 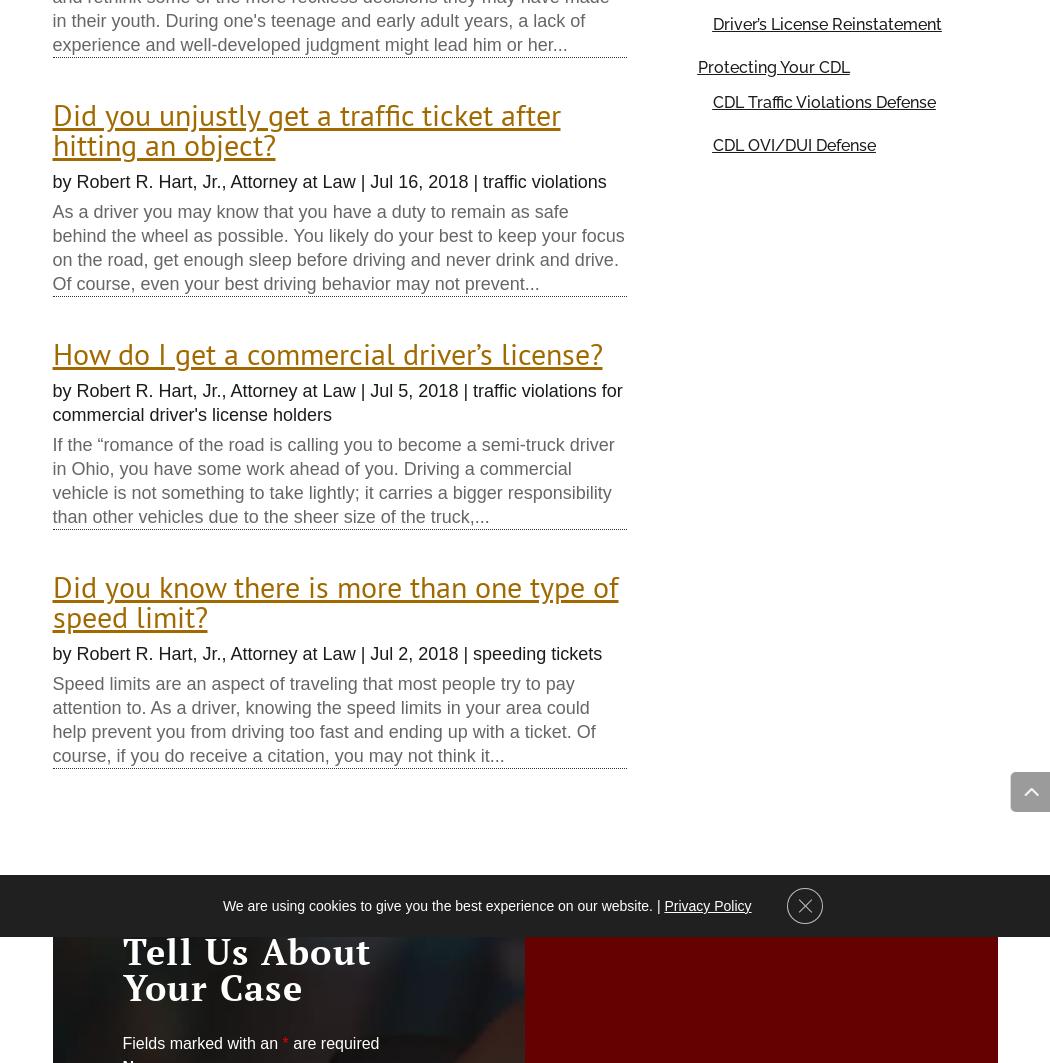 I want to click on 'How do I get a commercial driver’s license?', so click(x=326, y=352).